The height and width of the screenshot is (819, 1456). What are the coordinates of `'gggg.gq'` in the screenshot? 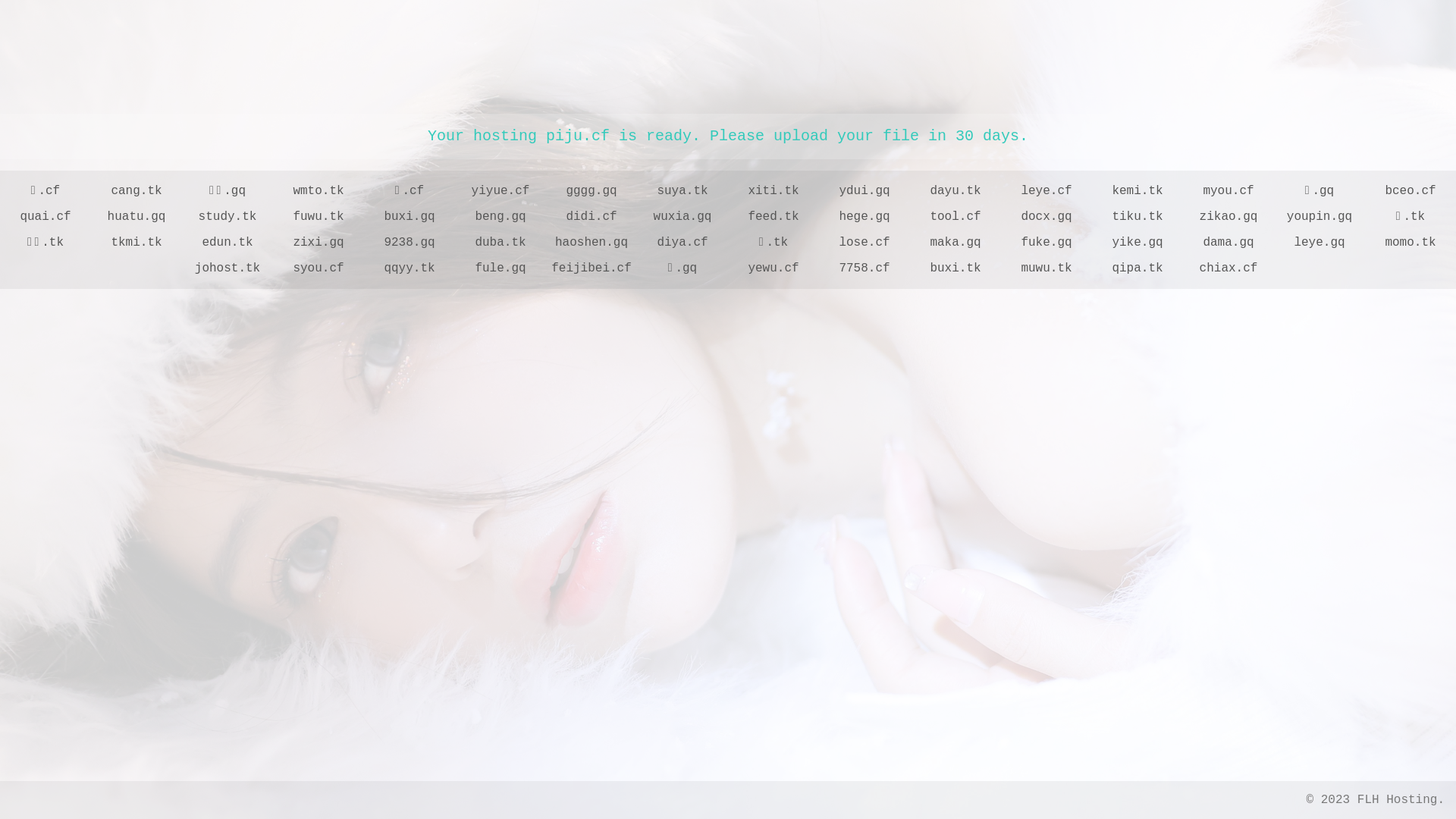 It's located at (546, 190).